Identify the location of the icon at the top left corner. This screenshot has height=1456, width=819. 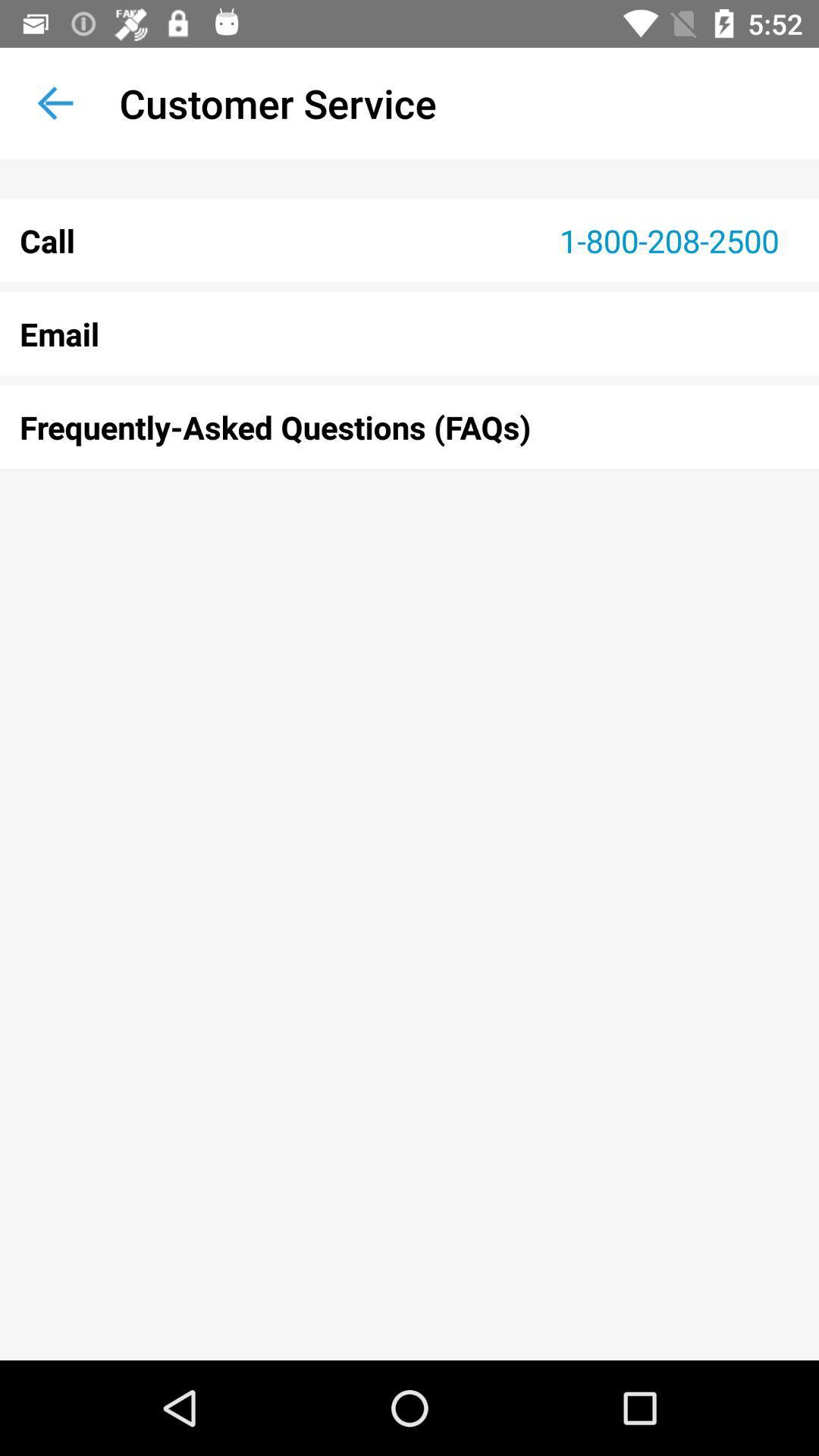
(55, 102).